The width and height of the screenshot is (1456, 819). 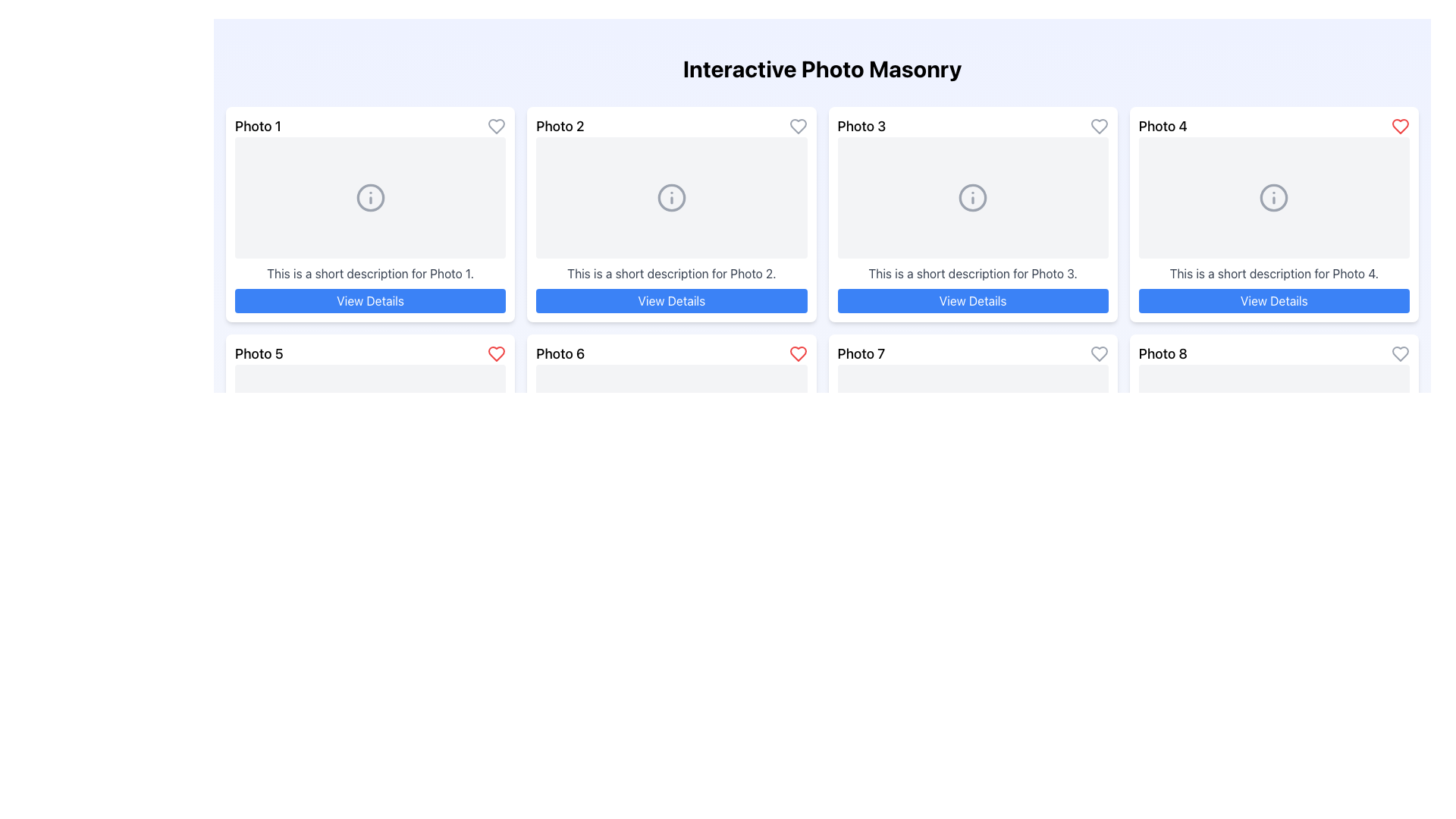 I want to click on the vibrant red heart icon button in the top-right corner of the 'Photo 4' card, so click(x=1400, y=125).